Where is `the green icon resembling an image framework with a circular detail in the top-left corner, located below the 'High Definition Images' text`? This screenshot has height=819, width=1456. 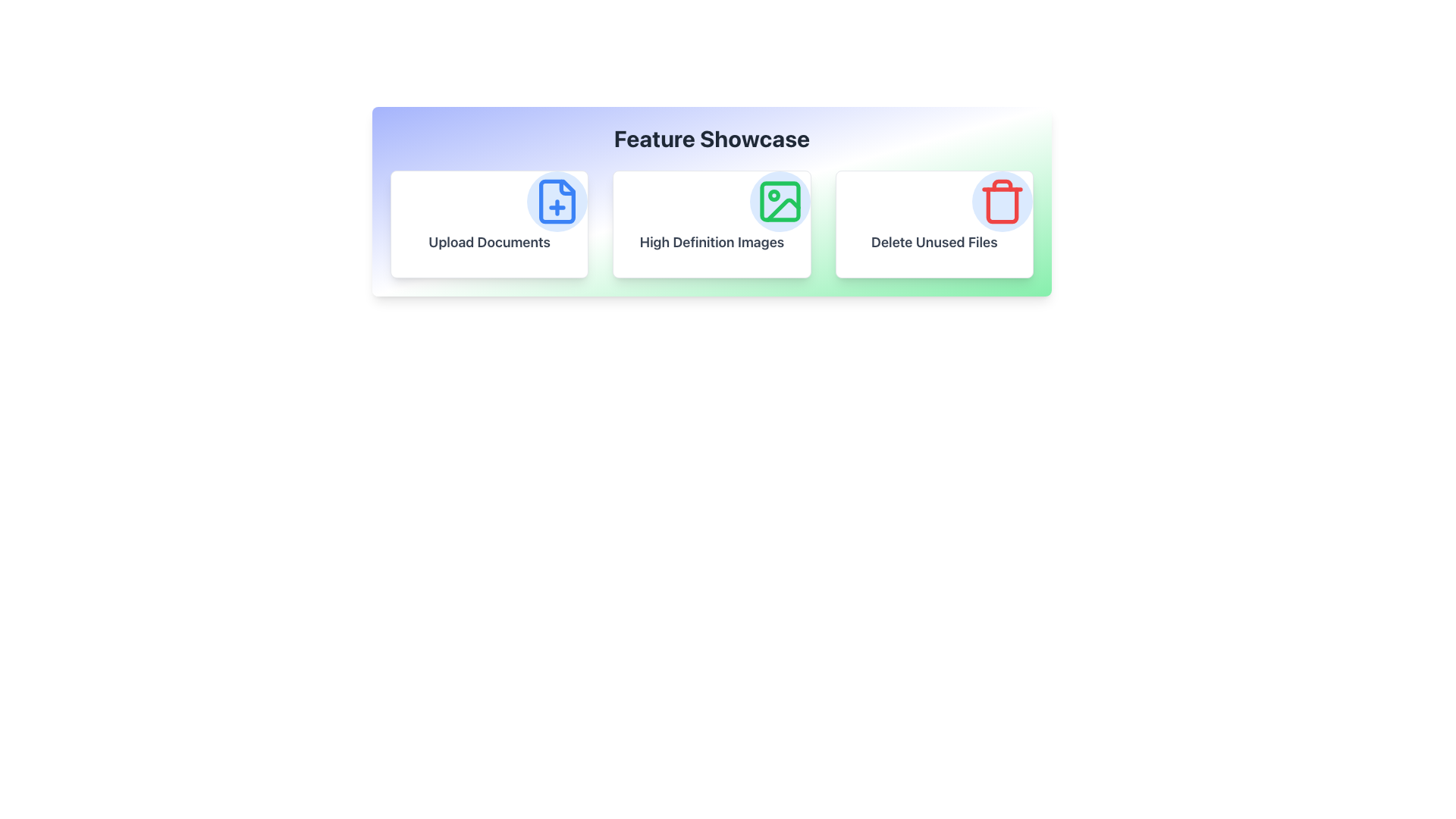 the green icon resembling an image framework with a circular detail in the top-left corner, located below the 'High Definition Images' text is located at coordinates (780, 201).